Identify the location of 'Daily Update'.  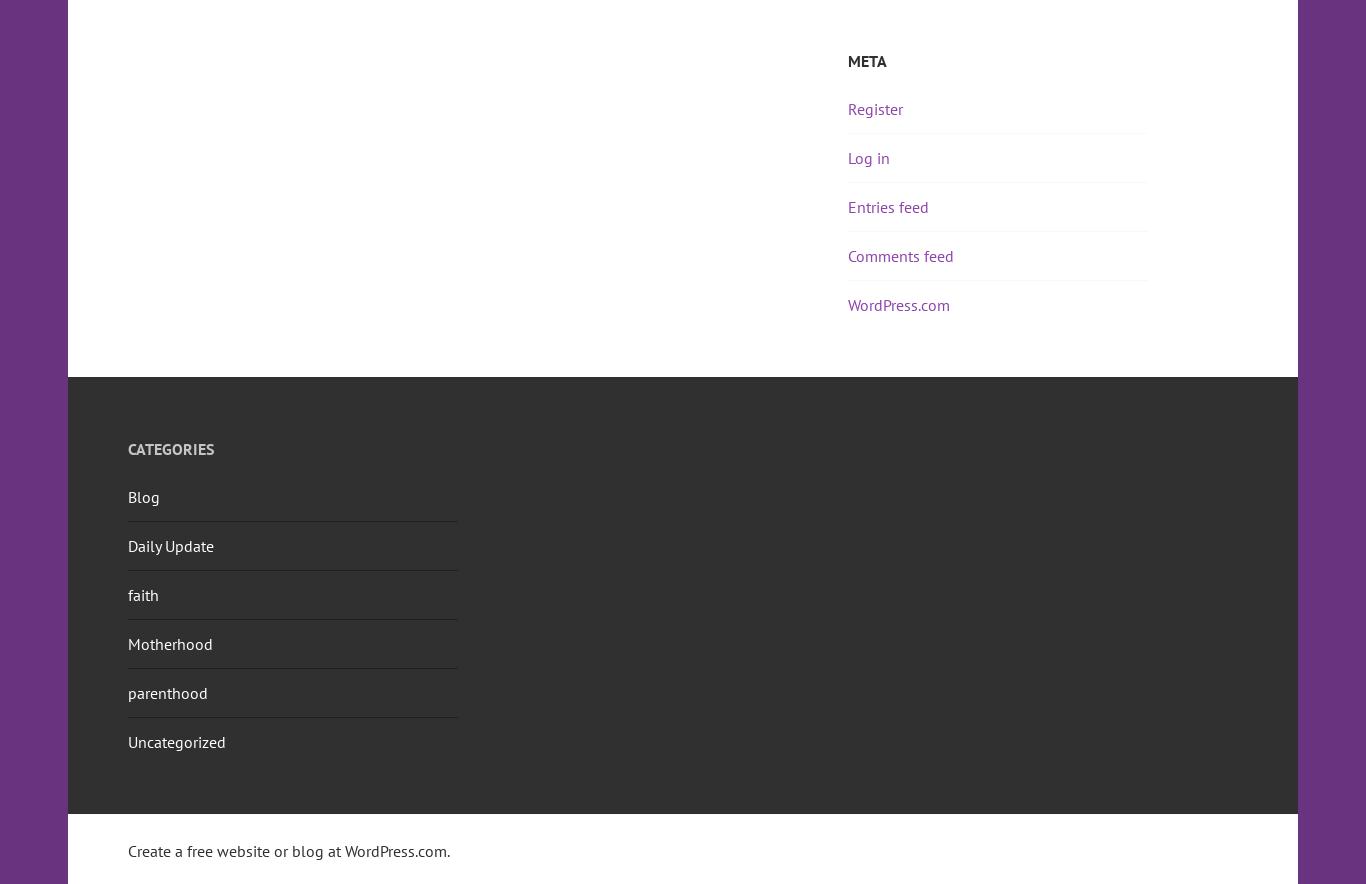
(170, 545).